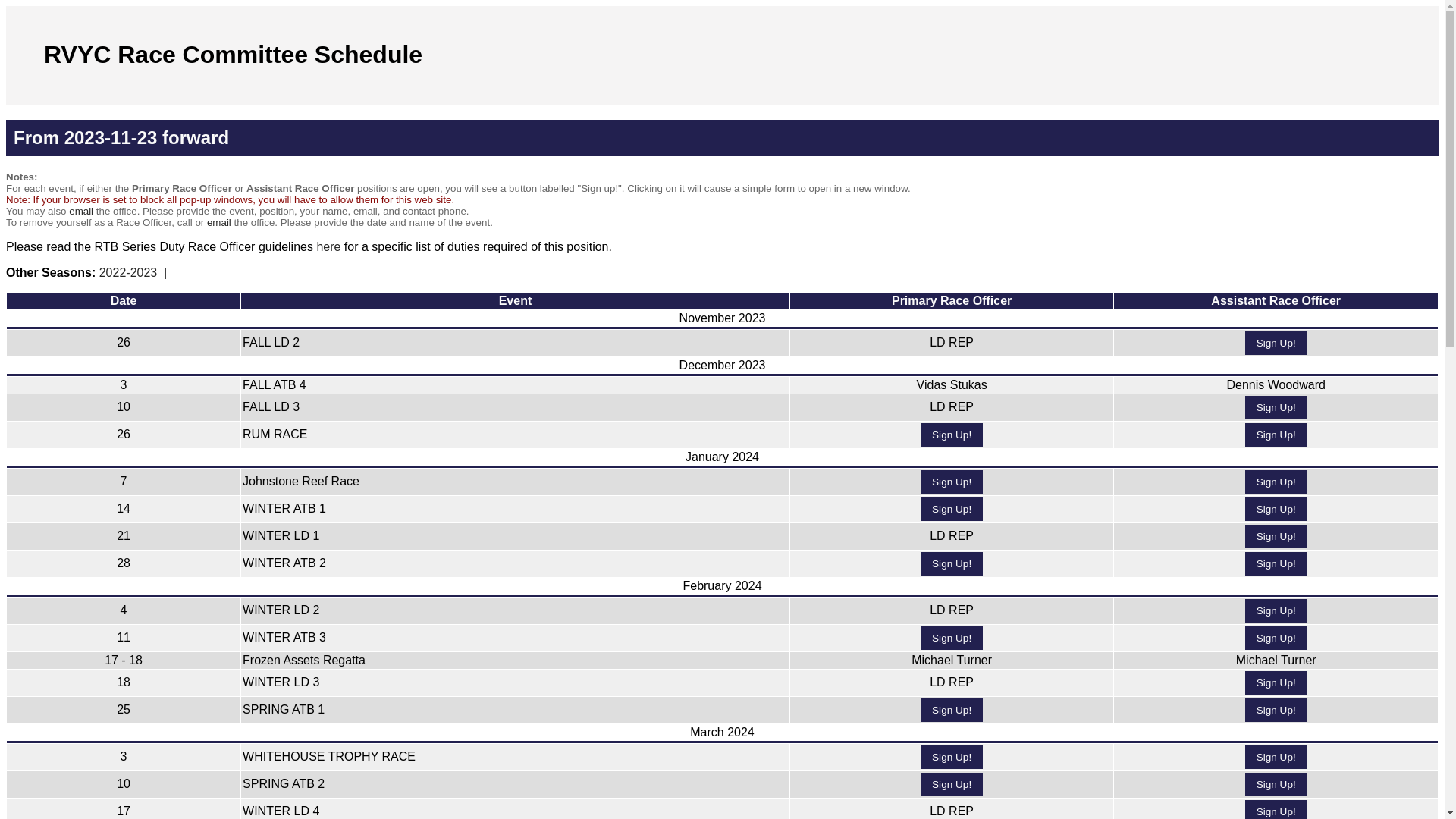  What do you see at coordinates (1276, 757) in the screenshot?
I see `'Sign Up!'` at bounding box center [1276, 757].